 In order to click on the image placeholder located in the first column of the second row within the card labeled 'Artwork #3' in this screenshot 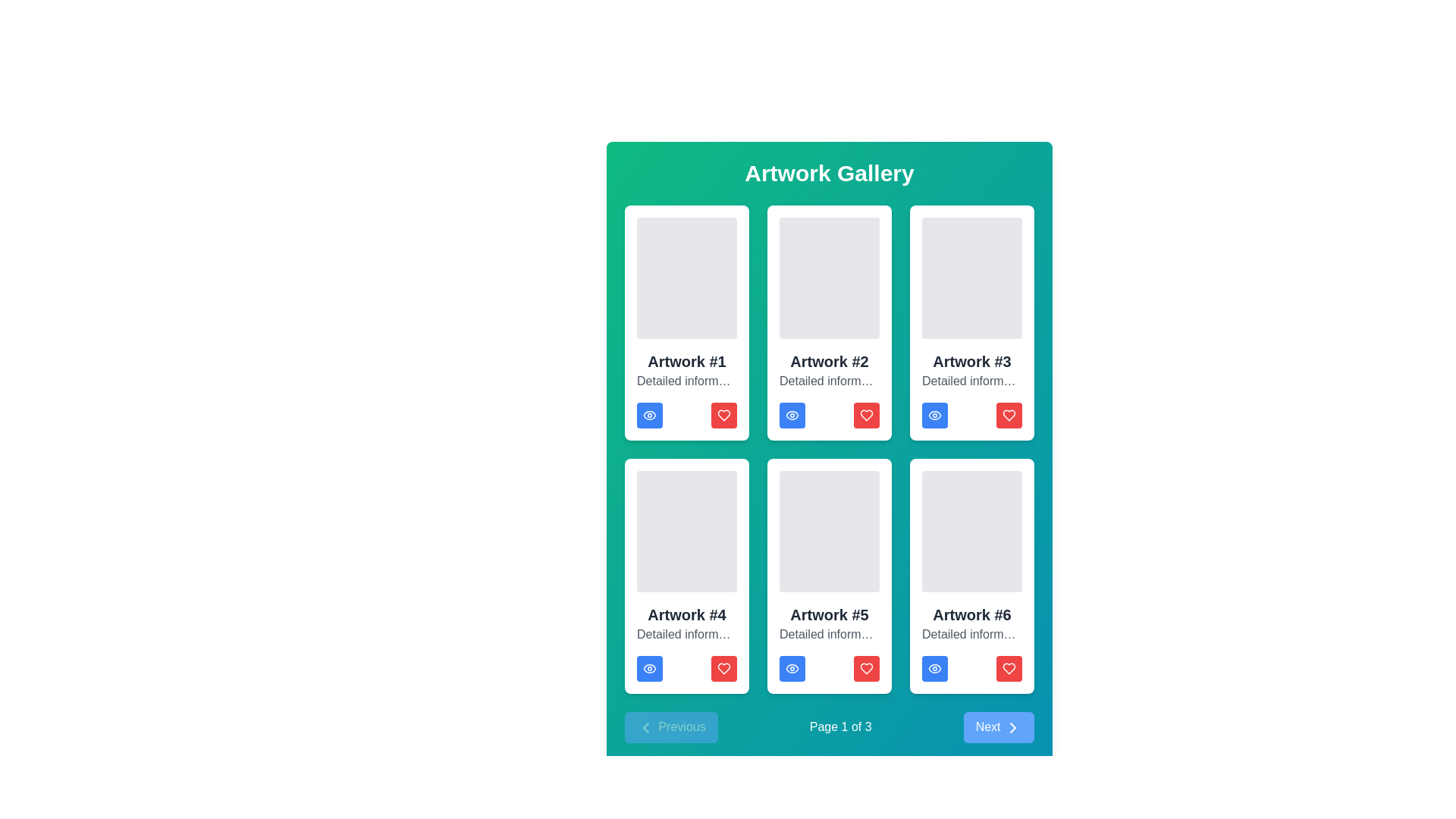, I will do `click(971, 278)`.